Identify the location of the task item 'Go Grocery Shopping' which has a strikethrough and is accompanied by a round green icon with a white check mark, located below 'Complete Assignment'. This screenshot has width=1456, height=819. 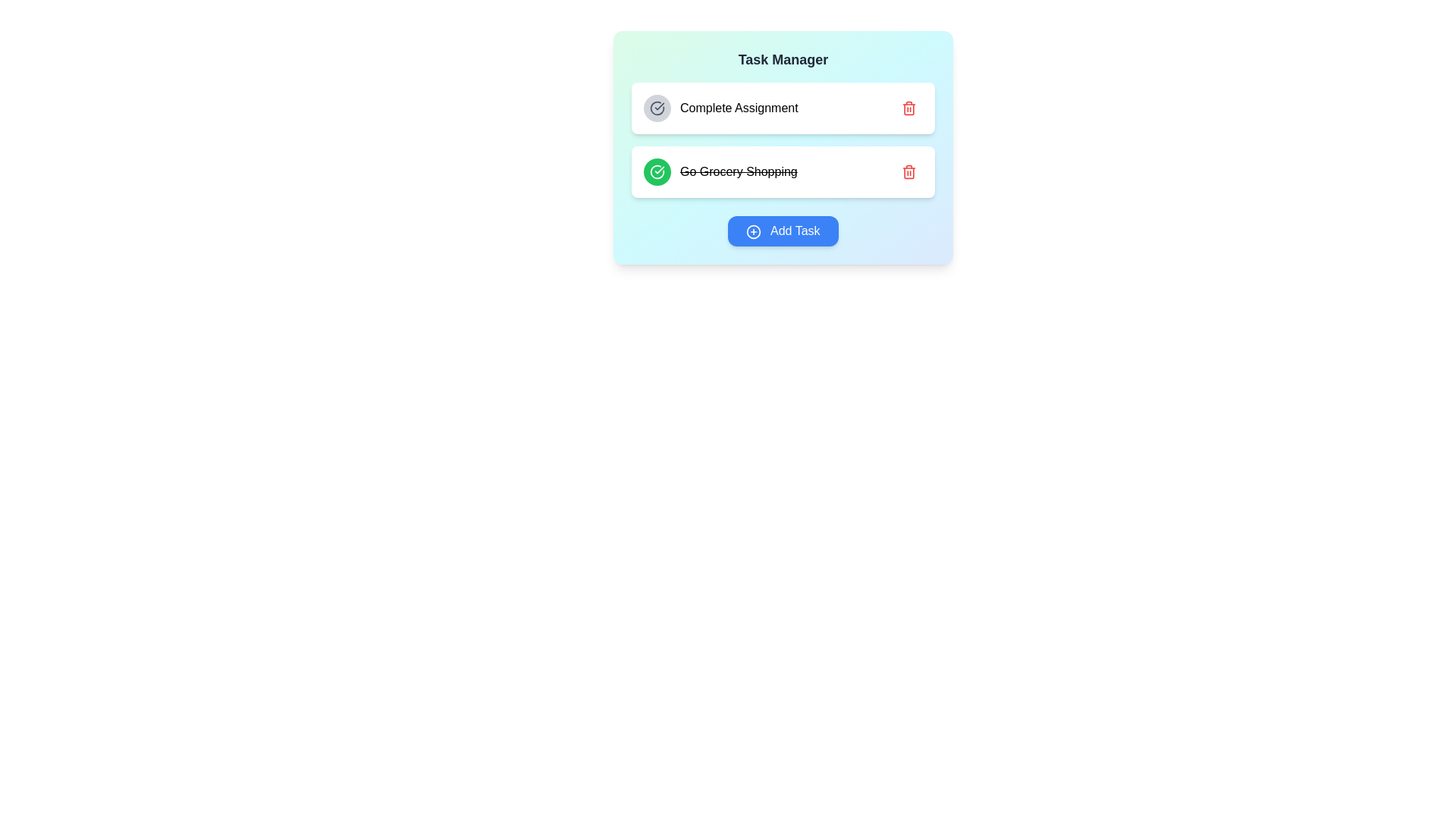
(720, 171).